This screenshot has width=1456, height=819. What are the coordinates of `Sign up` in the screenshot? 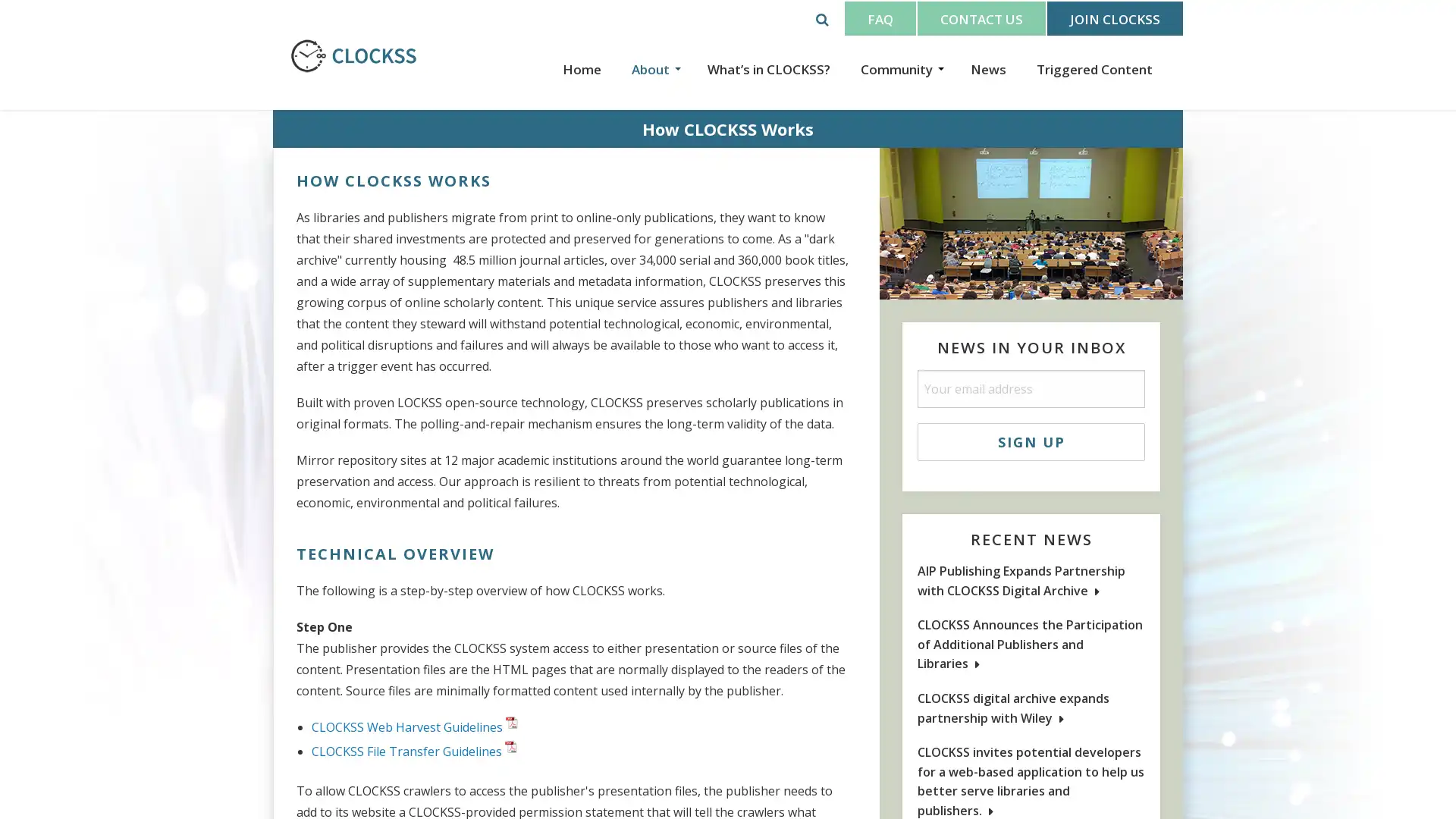 It's located at (1031, 441).